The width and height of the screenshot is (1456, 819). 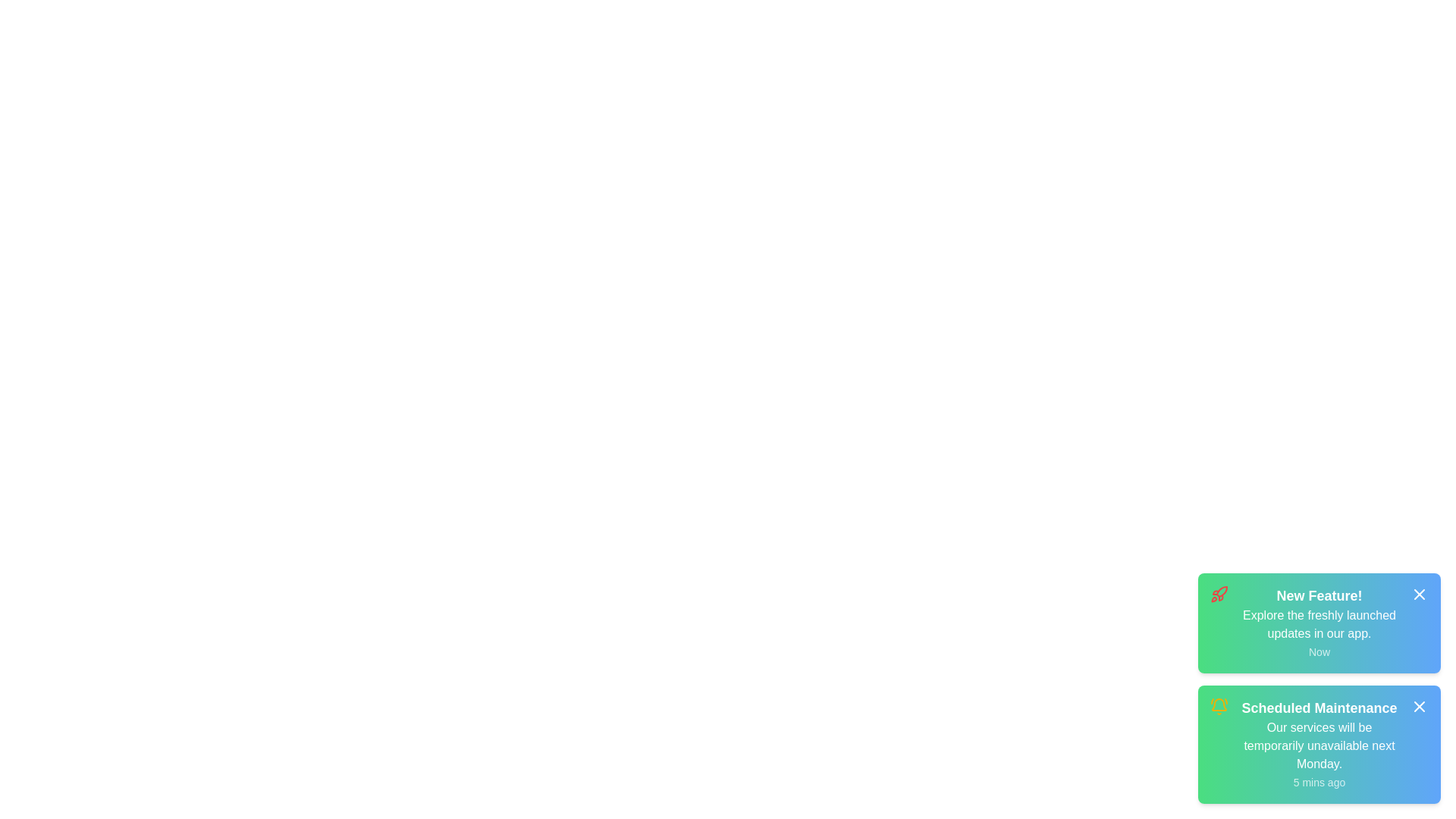 I want to click on close icon of the notification with title Scheduled Maintenance, so click(x=1419, y=707).